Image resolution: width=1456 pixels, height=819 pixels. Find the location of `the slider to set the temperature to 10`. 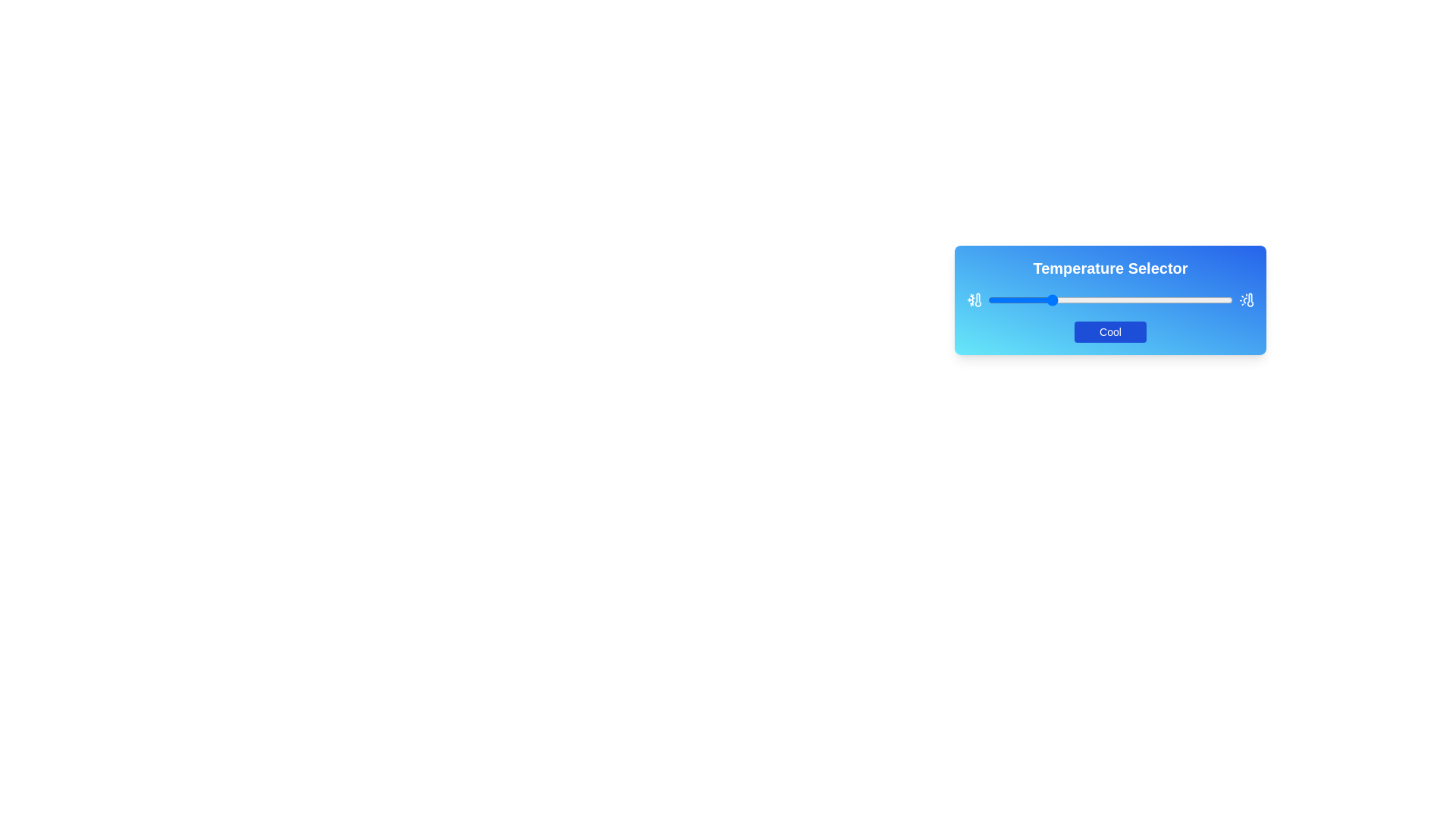

the slider to set the temperature to 10 is located at coordinates (1012, 300).